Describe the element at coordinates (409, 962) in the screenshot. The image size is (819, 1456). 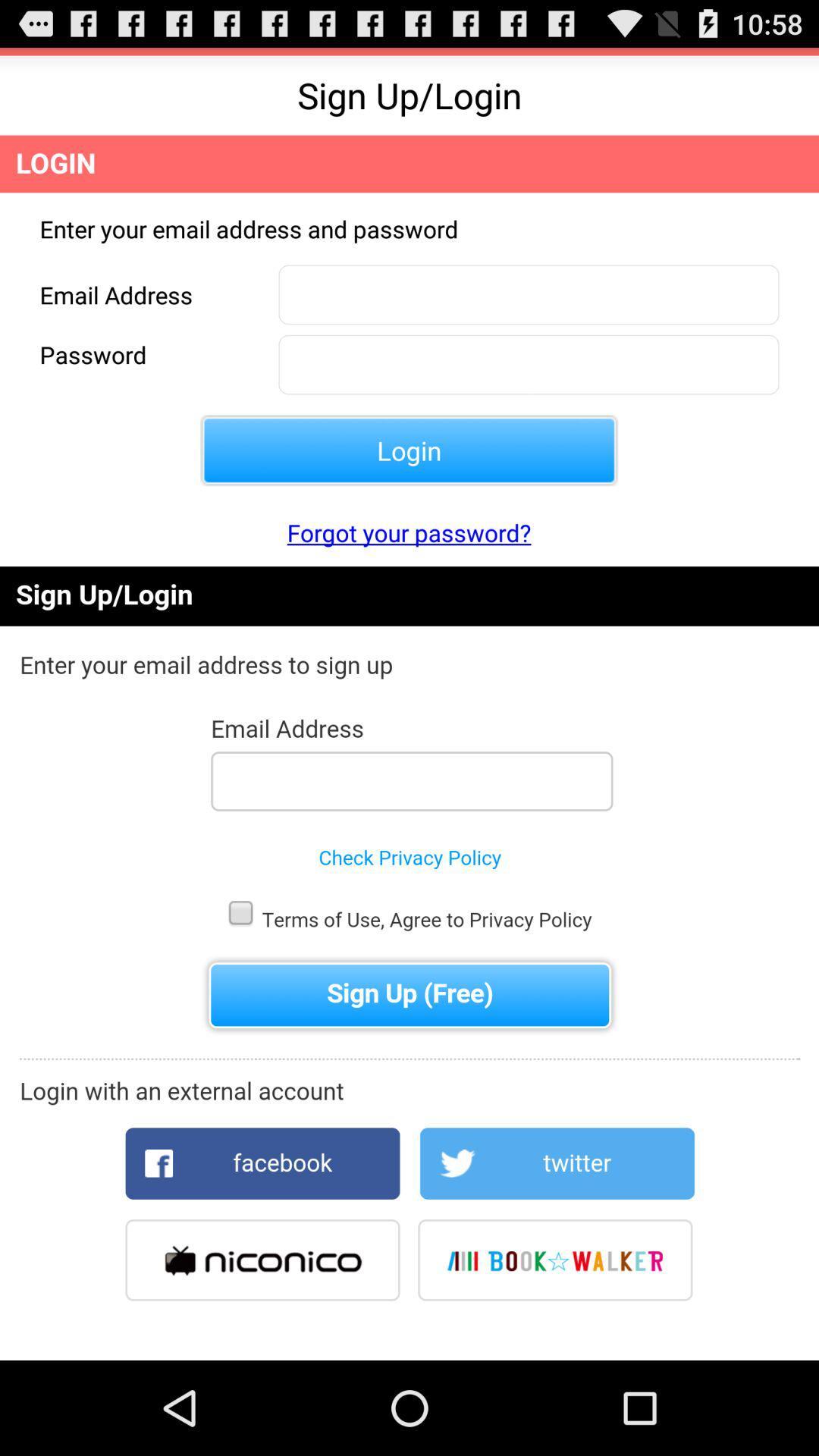
I see `sign up/login page` at that location.